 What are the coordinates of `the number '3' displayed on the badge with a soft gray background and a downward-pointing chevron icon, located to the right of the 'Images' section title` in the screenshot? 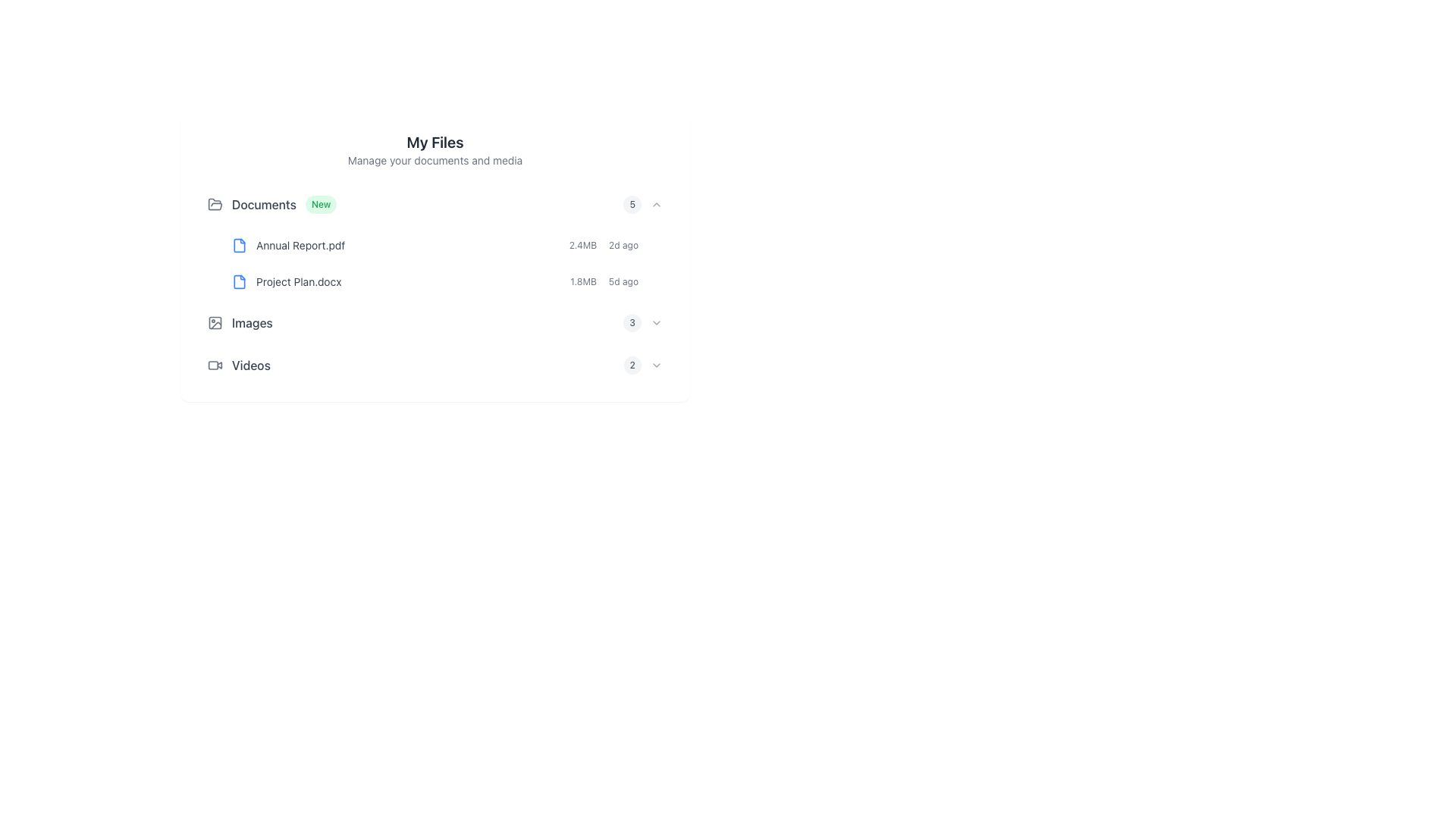 It's located at (643, 322).